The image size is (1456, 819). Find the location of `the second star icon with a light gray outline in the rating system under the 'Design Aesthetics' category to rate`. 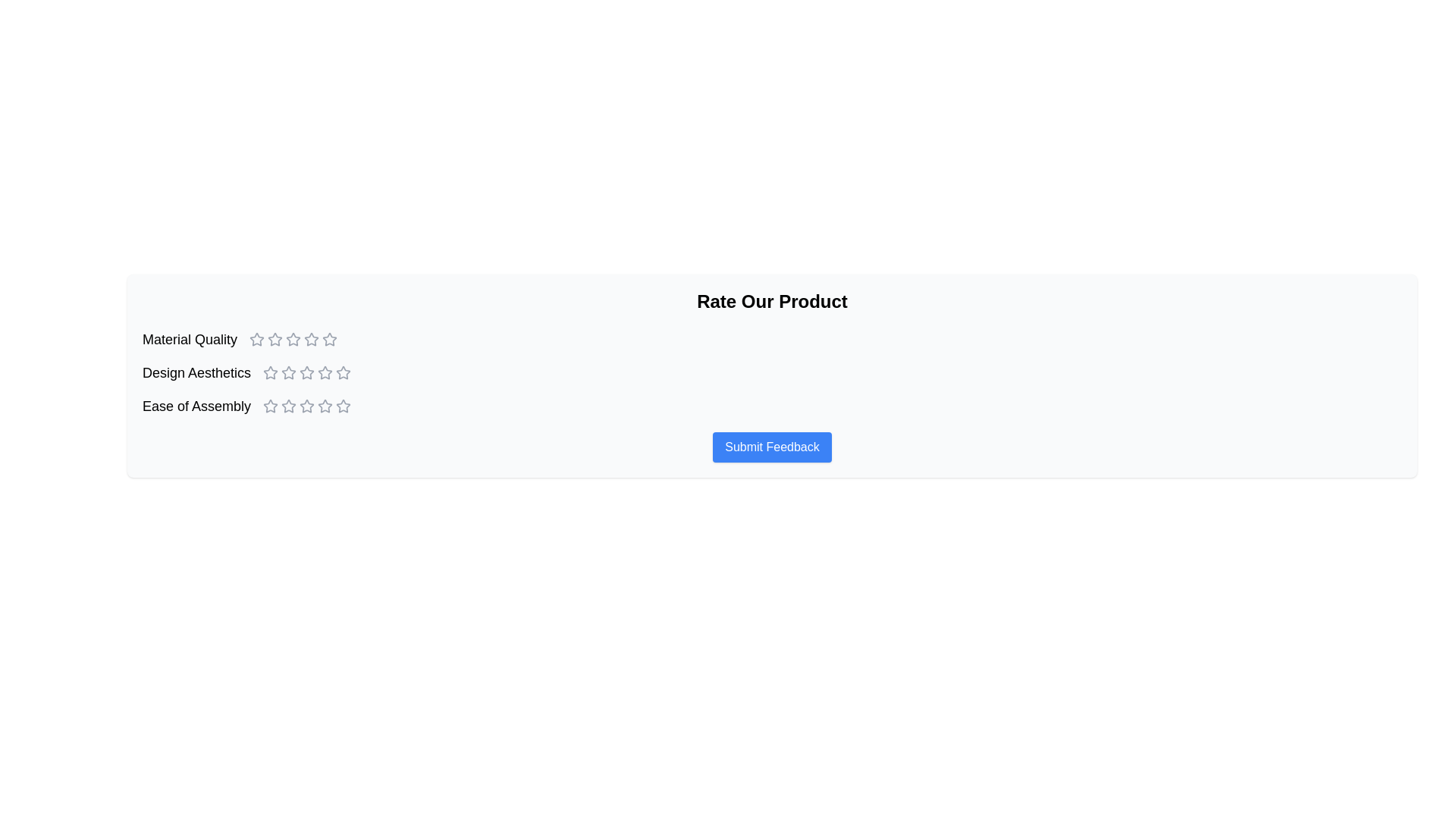

the second star icon with a light gray outline in the rating system under the 'Design Aesthetics' category to rate is located at coordinates (289, 372).